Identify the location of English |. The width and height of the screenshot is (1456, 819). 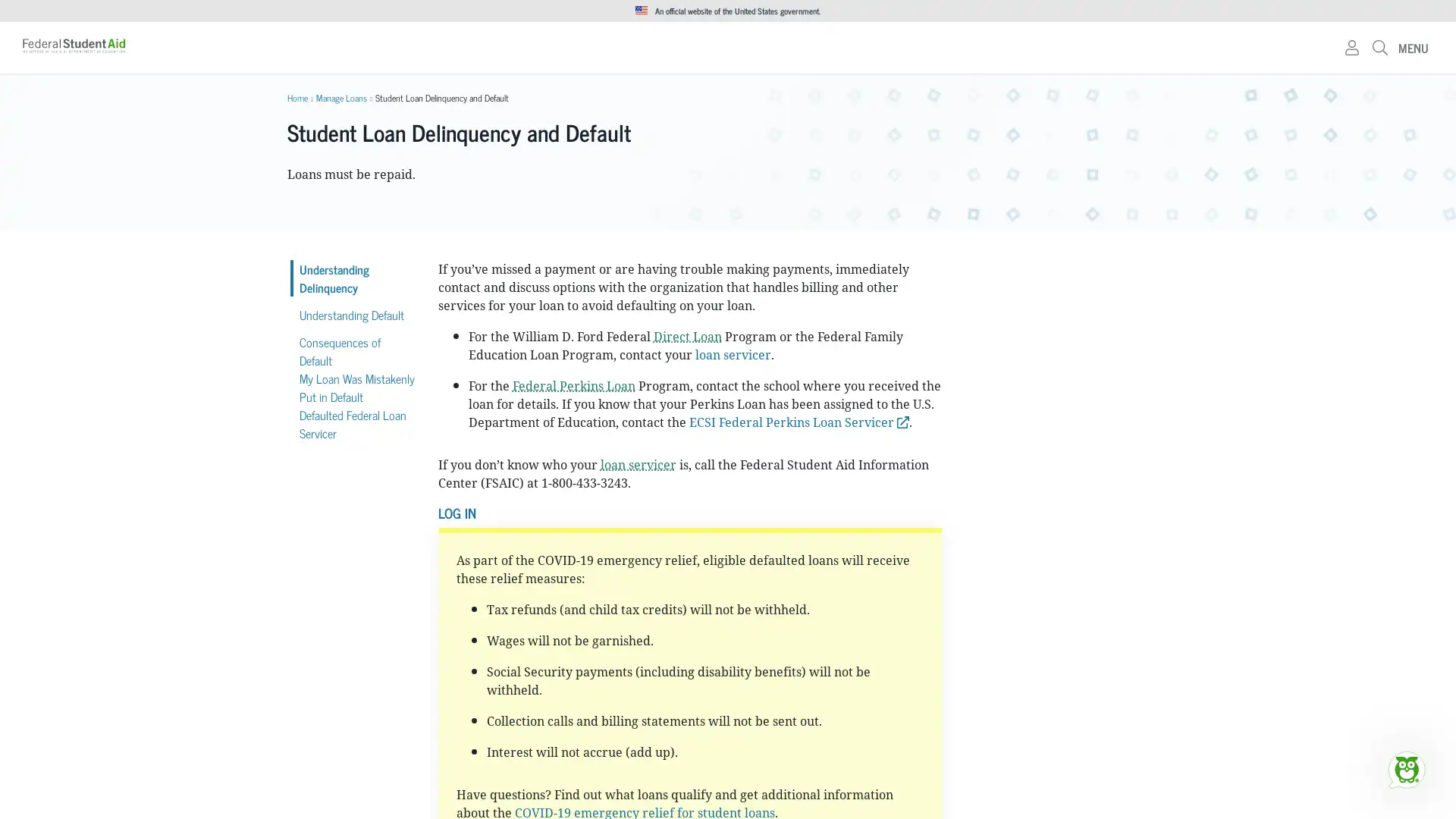
(1117, 11).